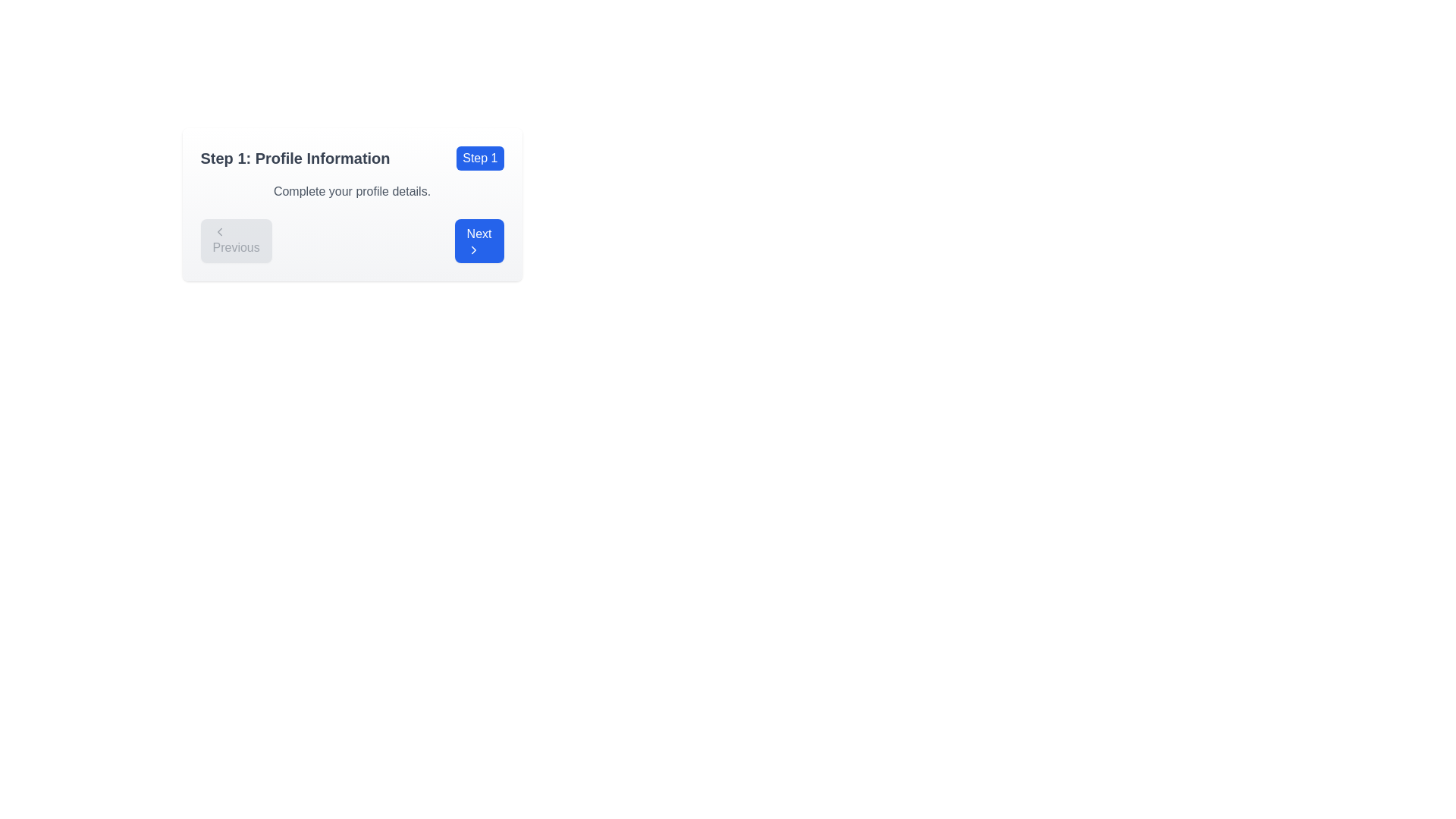 The image size is (1456, 819). What do you see at coordinates (351, 191) in the screenshot?
I see `the text label displaying 'Complete your profile details.' which is located below the title 'Step 1: Profile Information' and above the navigation buttons 'Previous' and 'Next'` at bounding box center [351, 191].